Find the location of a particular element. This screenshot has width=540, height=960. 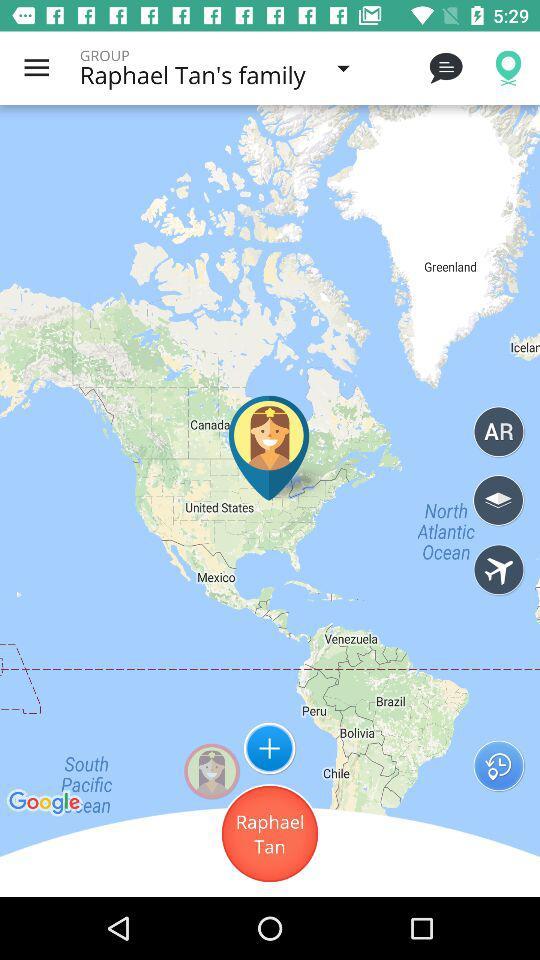

the blue colored dot with  inside it shown at the bottom of the page is located at coordinates (270, 747).